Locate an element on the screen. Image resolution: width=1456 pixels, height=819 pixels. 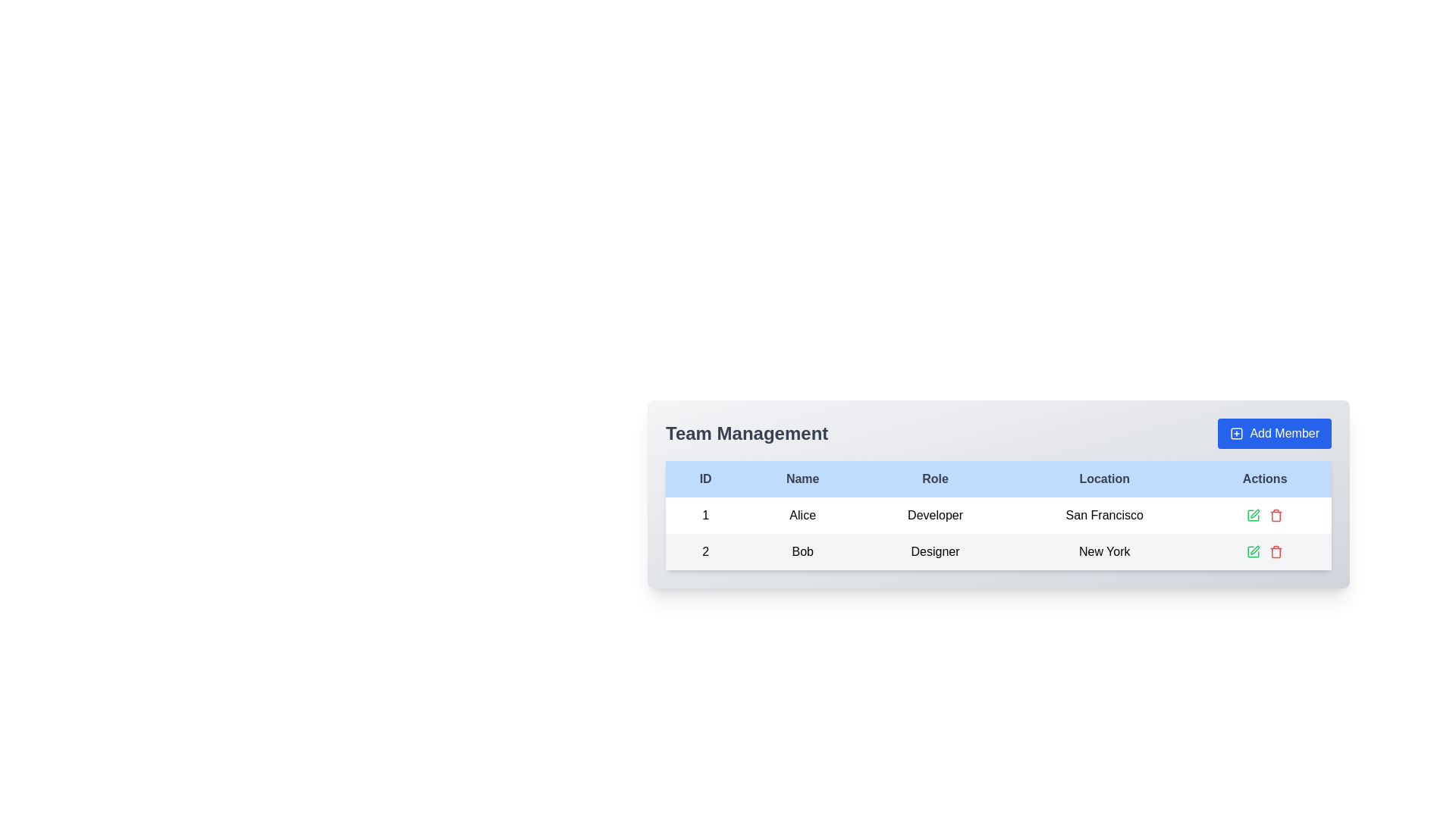
the 'Edit' action button located in the first position of the action icons in the second row of the table under the 'Actions' column is located at coordinates (1254, 514).